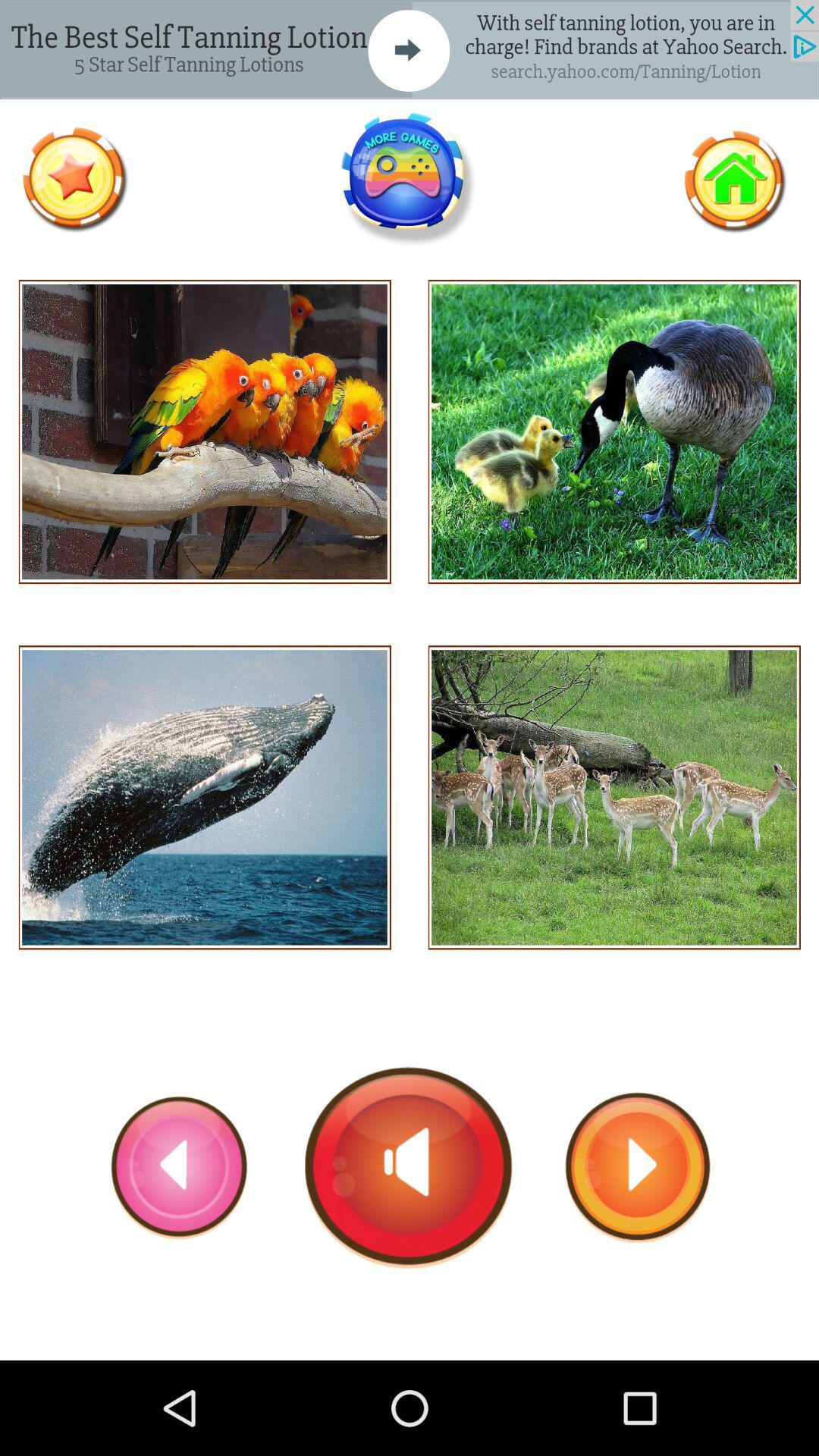 This screenshot has height=1456, width=819. What do you see at coordinates (614, 796) in the screenshot?
I see `choose photo` at bounding box center [614, 796].